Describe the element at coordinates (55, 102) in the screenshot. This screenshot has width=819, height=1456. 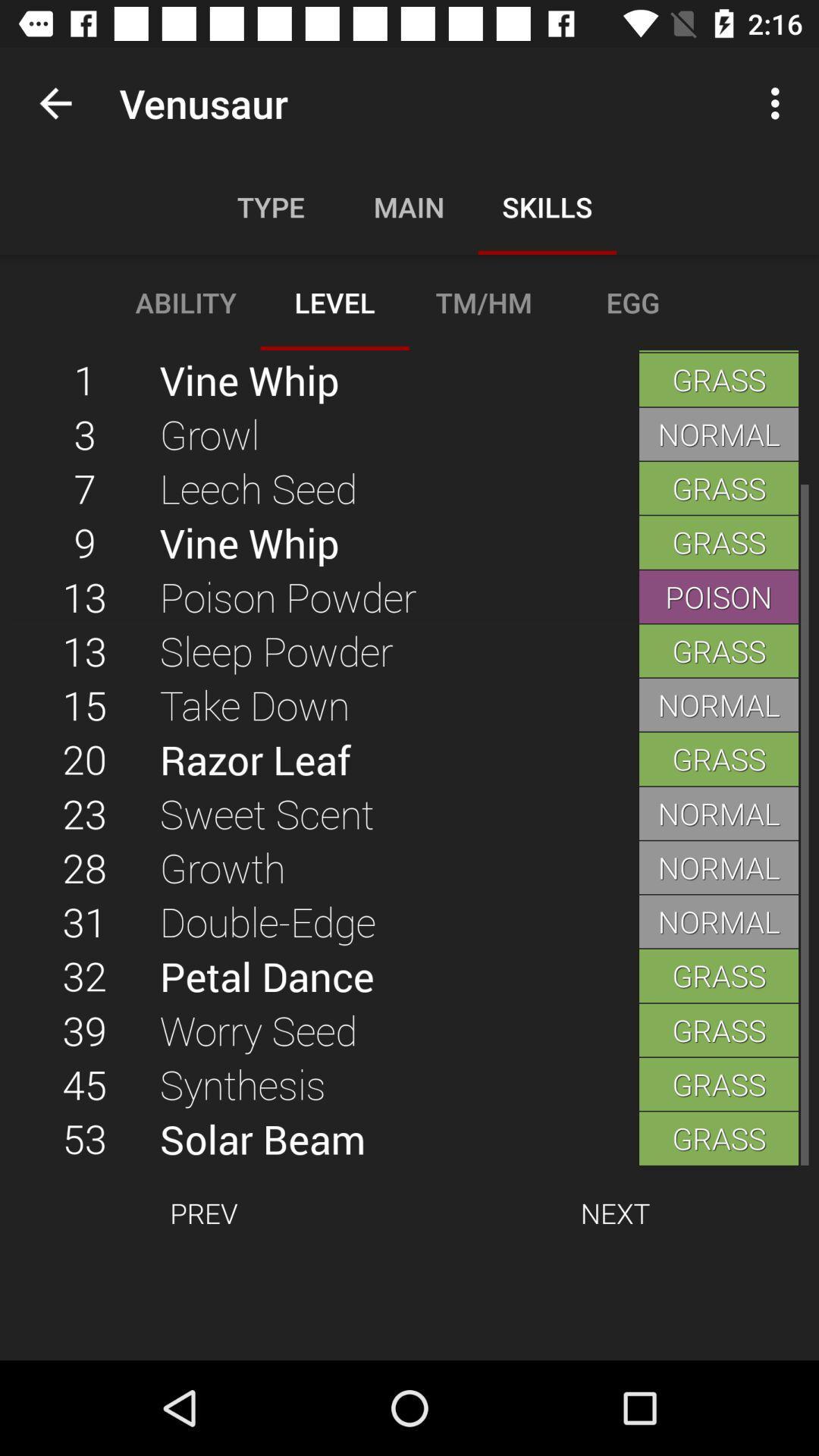
I see `item above the 1` at that location.